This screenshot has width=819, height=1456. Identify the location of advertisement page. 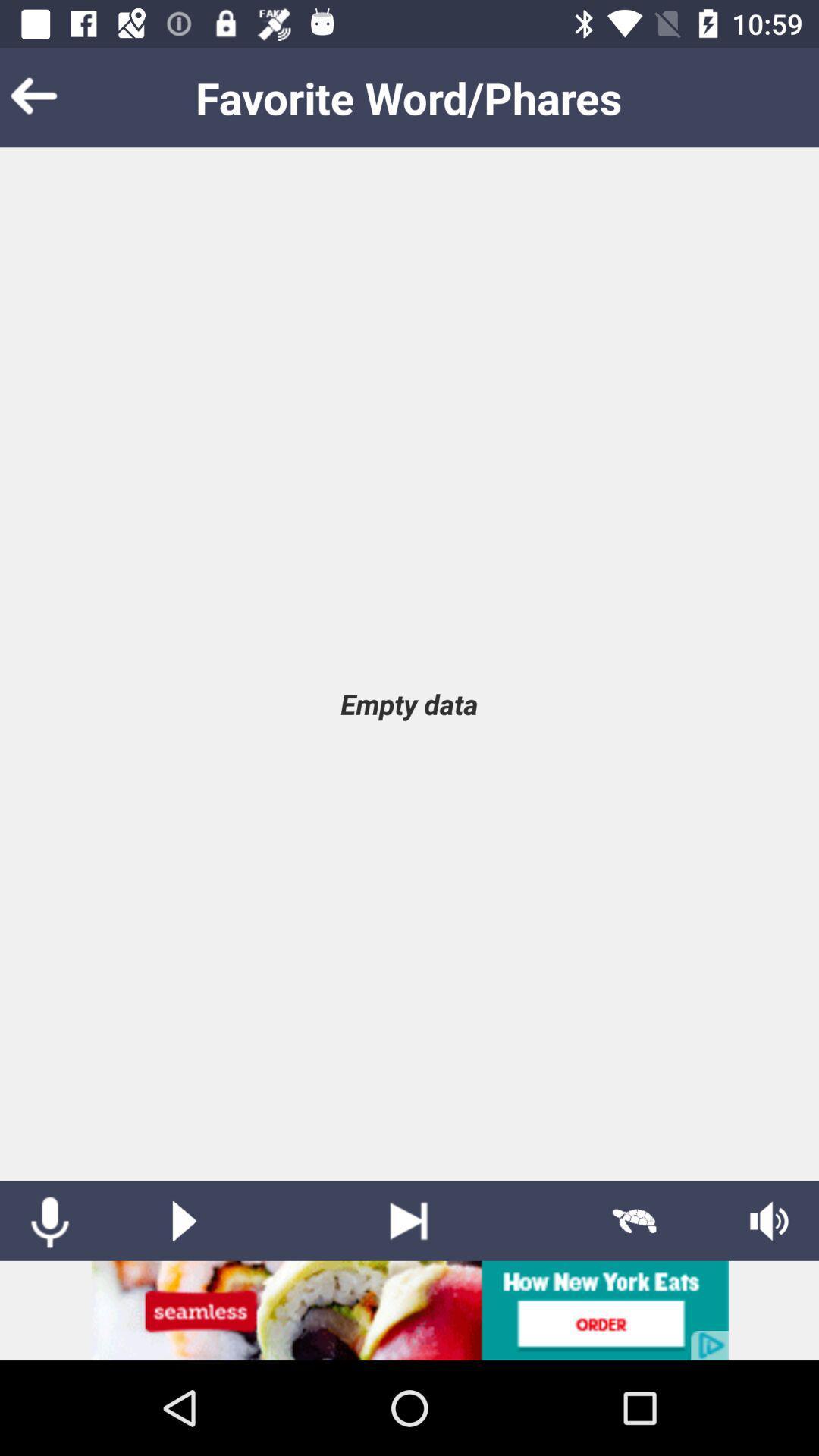
(409, 1310).